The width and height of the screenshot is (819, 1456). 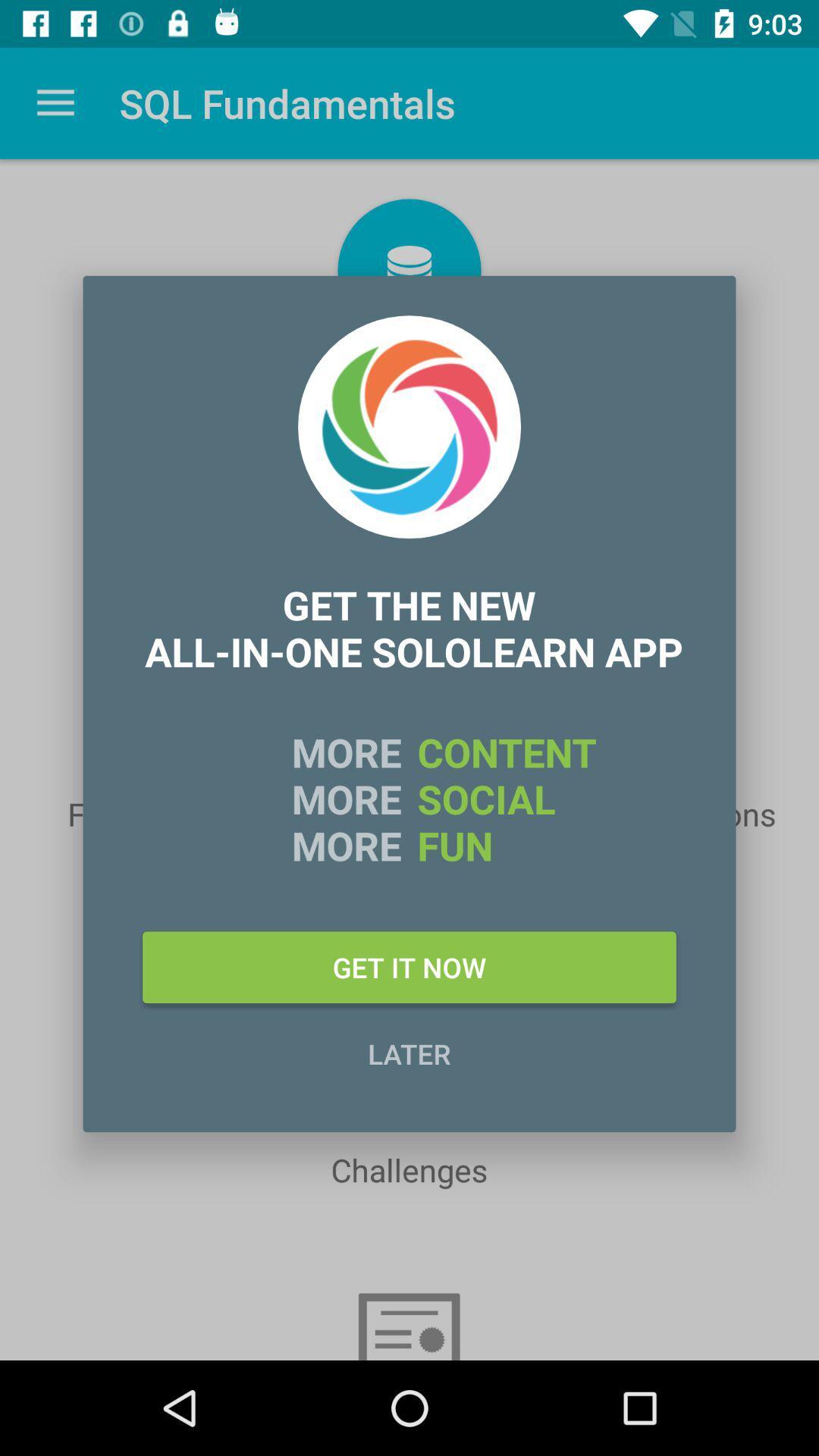 What do you see at coordinates (409, 1053) in the screenshot?
I see `the icon at the bottom` at bounding box center [409, 1053].